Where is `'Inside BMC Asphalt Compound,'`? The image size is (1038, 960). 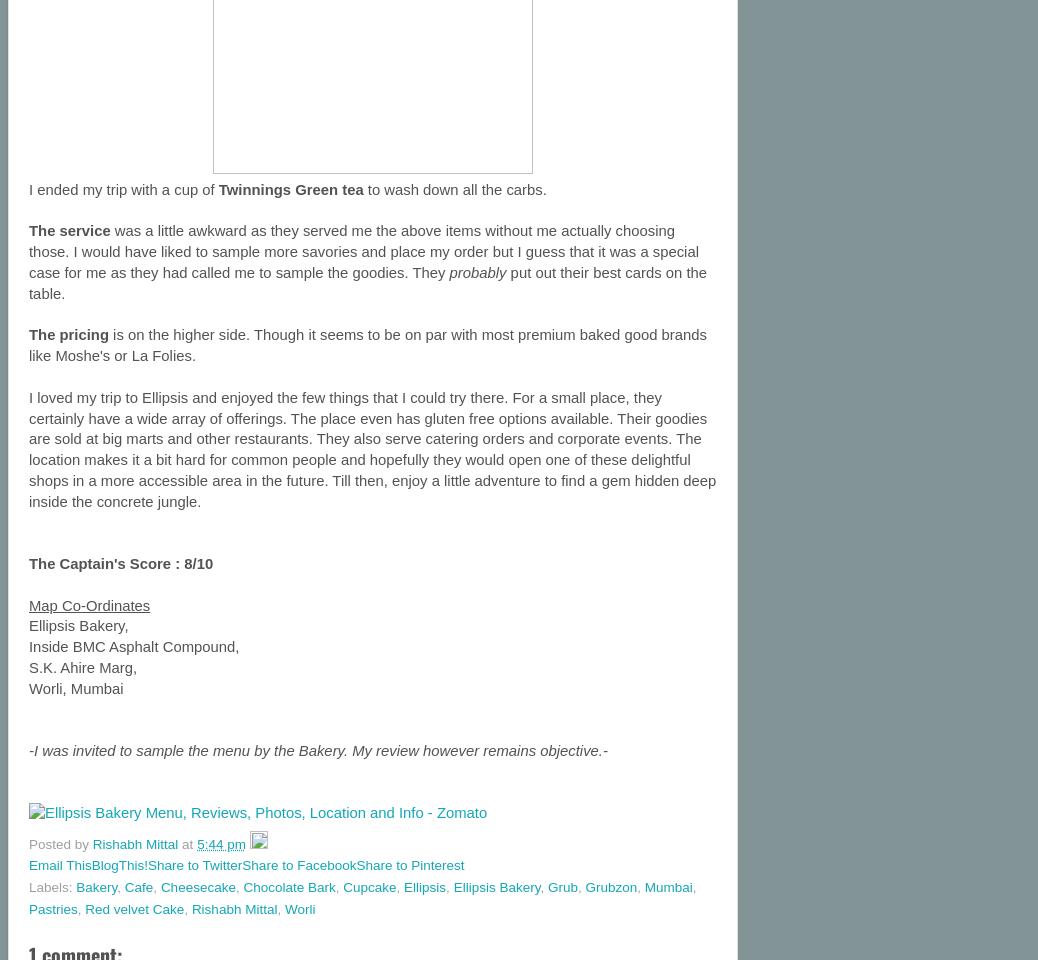
'Inside BMC Asphalt Compound,' is located at coordinates (27, 646).